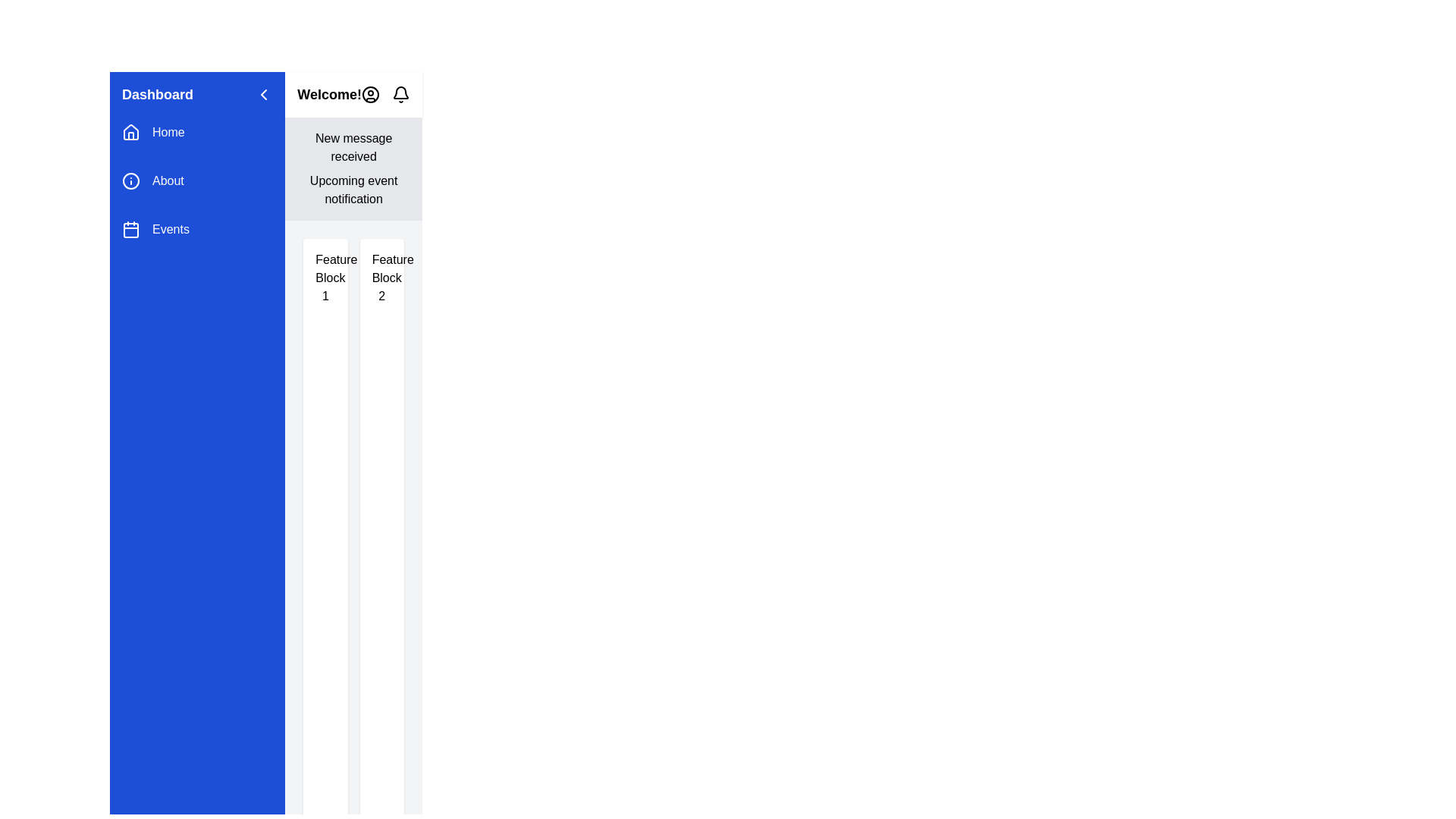 The height and width of the screenshot is (819, 1456). What do you see at coordinates (157, 94) in the screenshot?
I see `the 'Dashboard' text label located in the left navigation menu, which is the first element in the panel with a blue background` at bounding box center [157, 94].